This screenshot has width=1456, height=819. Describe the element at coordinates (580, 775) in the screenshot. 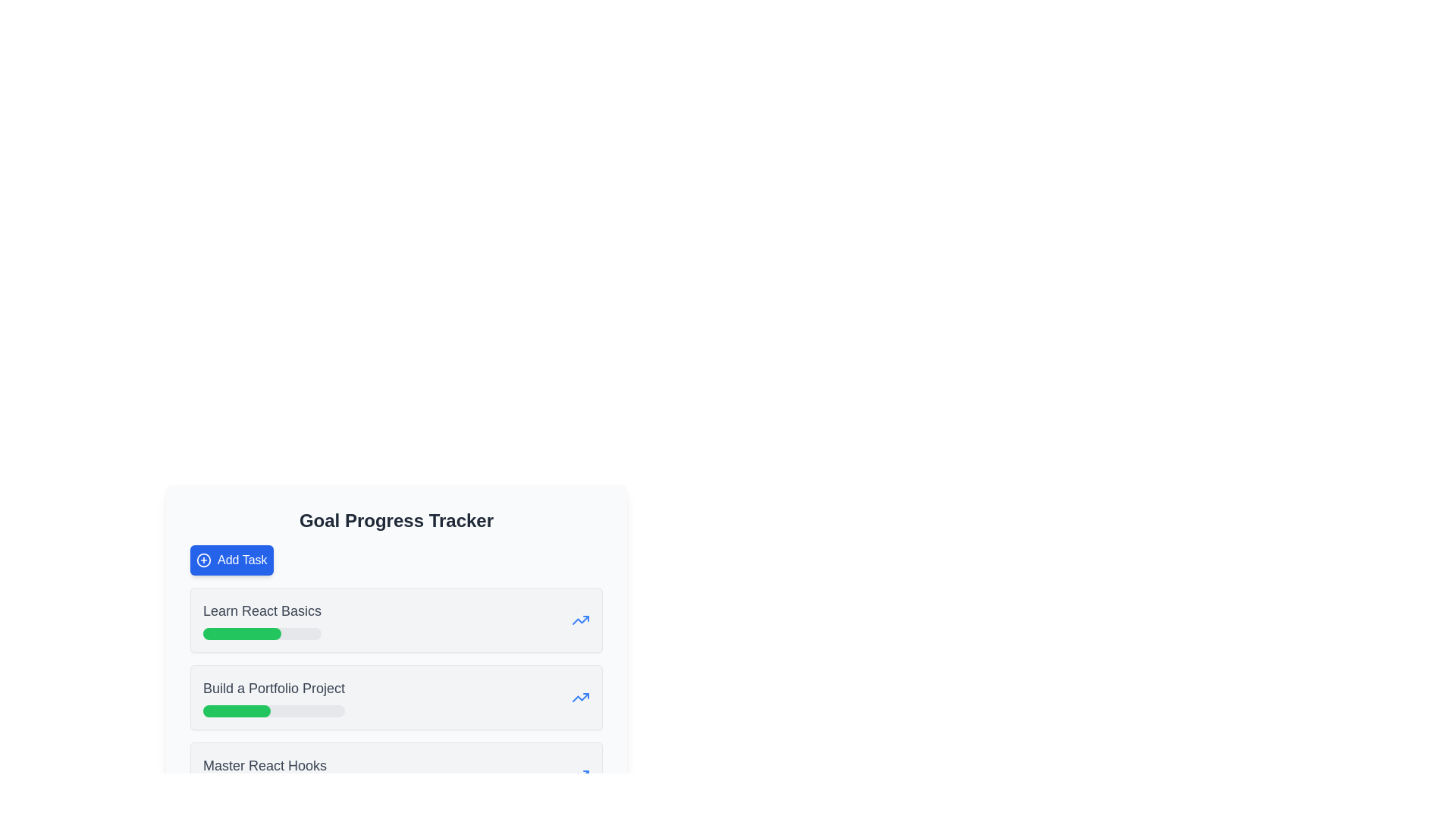

I see `the upward trend icon in the 'Master React Hooks' section, which is styled with thin, rounded blue strokes and located to the right of the text` at that location.